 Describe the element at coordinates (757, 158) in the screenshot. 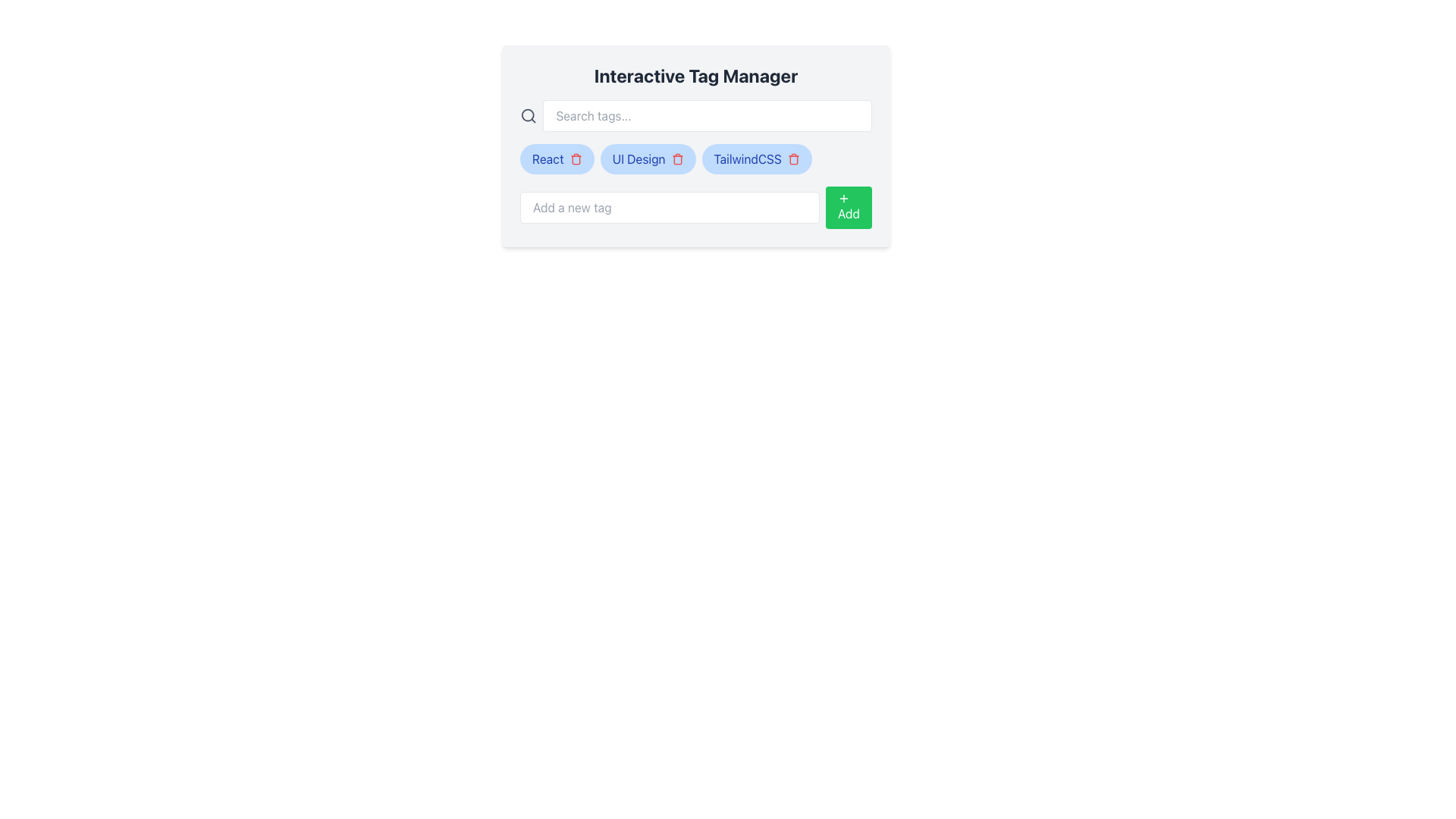

I see `the 'TailwindCSS' tag badge, which is a light blue, rounded rectangular badge containing bold blue text and a red trash icon` at that location.